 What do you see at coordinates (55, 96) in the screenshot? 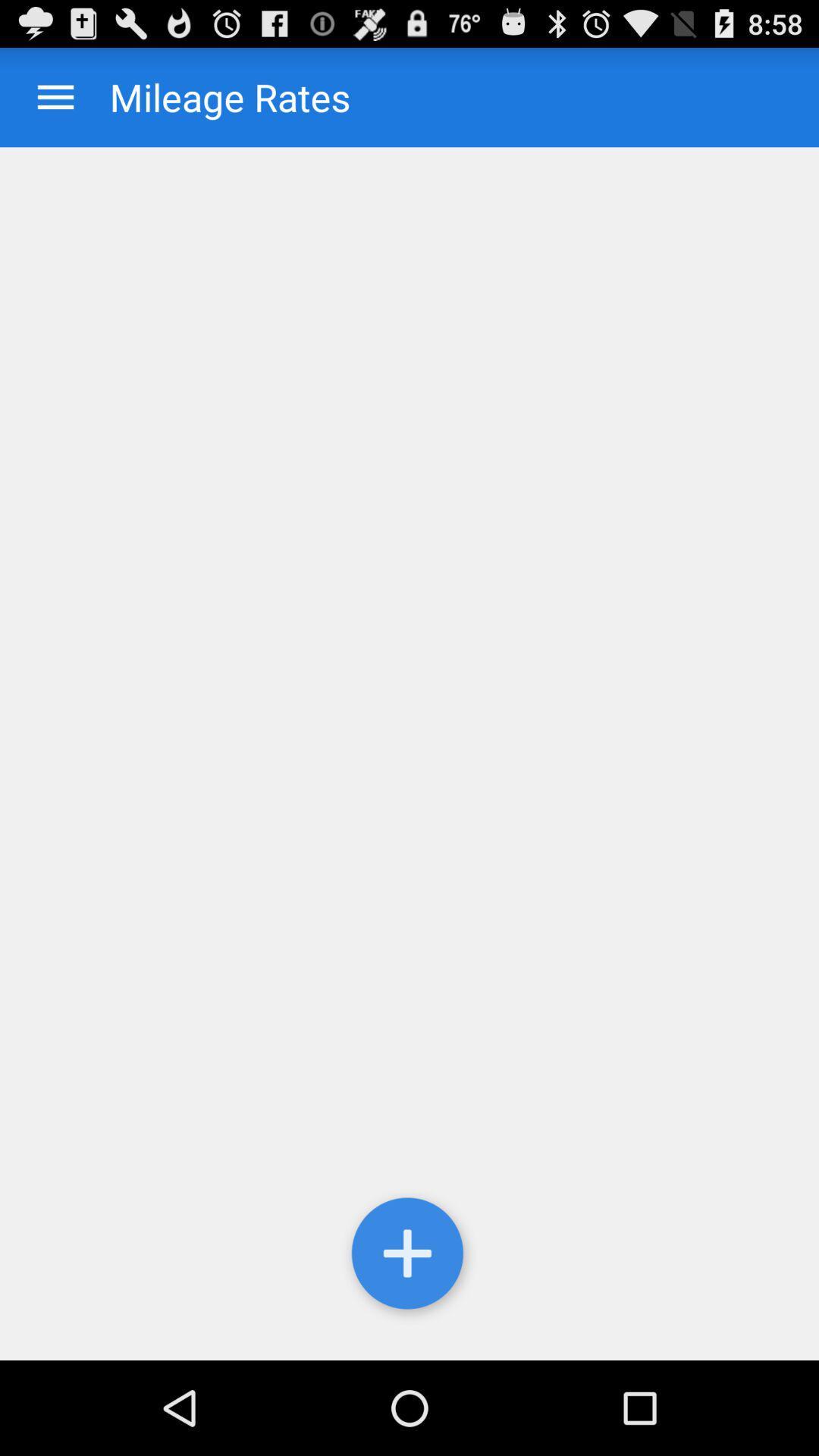
I see `go back` at bounding box center [55, 96].